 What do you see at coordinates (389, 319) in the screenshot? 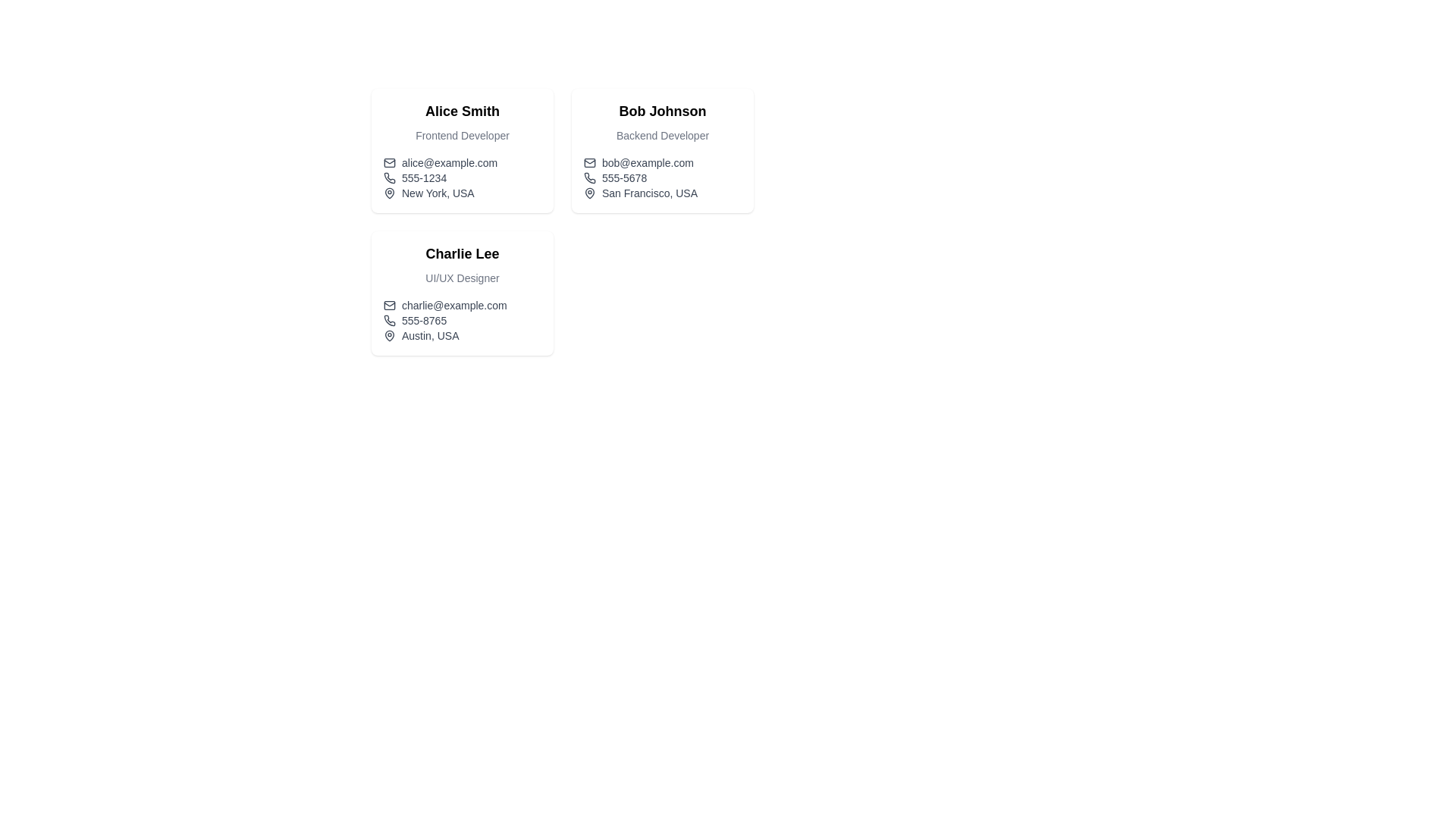
I see `the phone icon located at the bottom right of Charlie Lee's contact card, which visually represents a phone and is positioned beside the phone number` at bounding box center [389, 319].